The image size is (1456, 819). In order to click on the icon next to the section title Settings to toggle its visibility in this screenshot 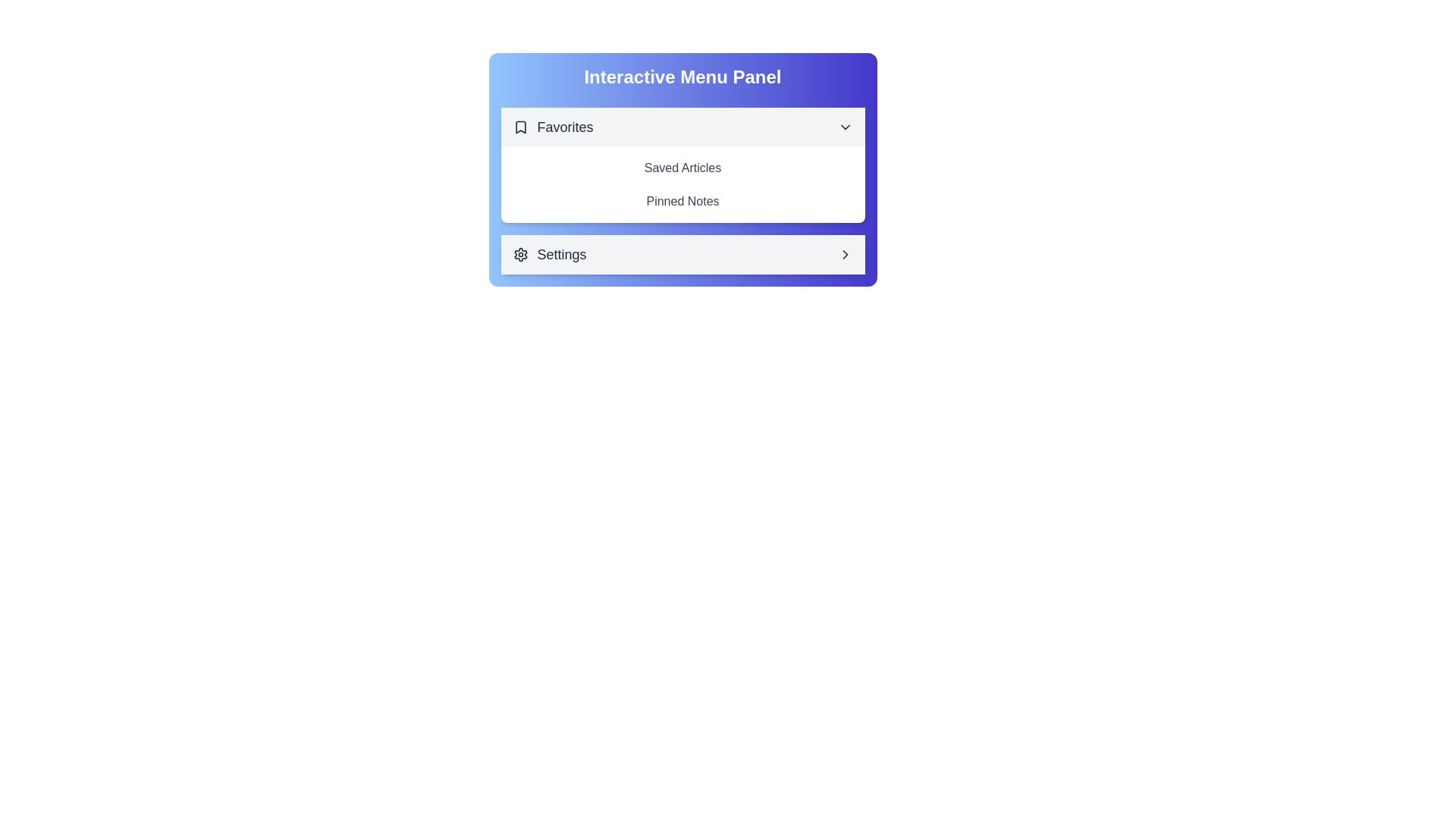, I will do `click(520, 253)`.